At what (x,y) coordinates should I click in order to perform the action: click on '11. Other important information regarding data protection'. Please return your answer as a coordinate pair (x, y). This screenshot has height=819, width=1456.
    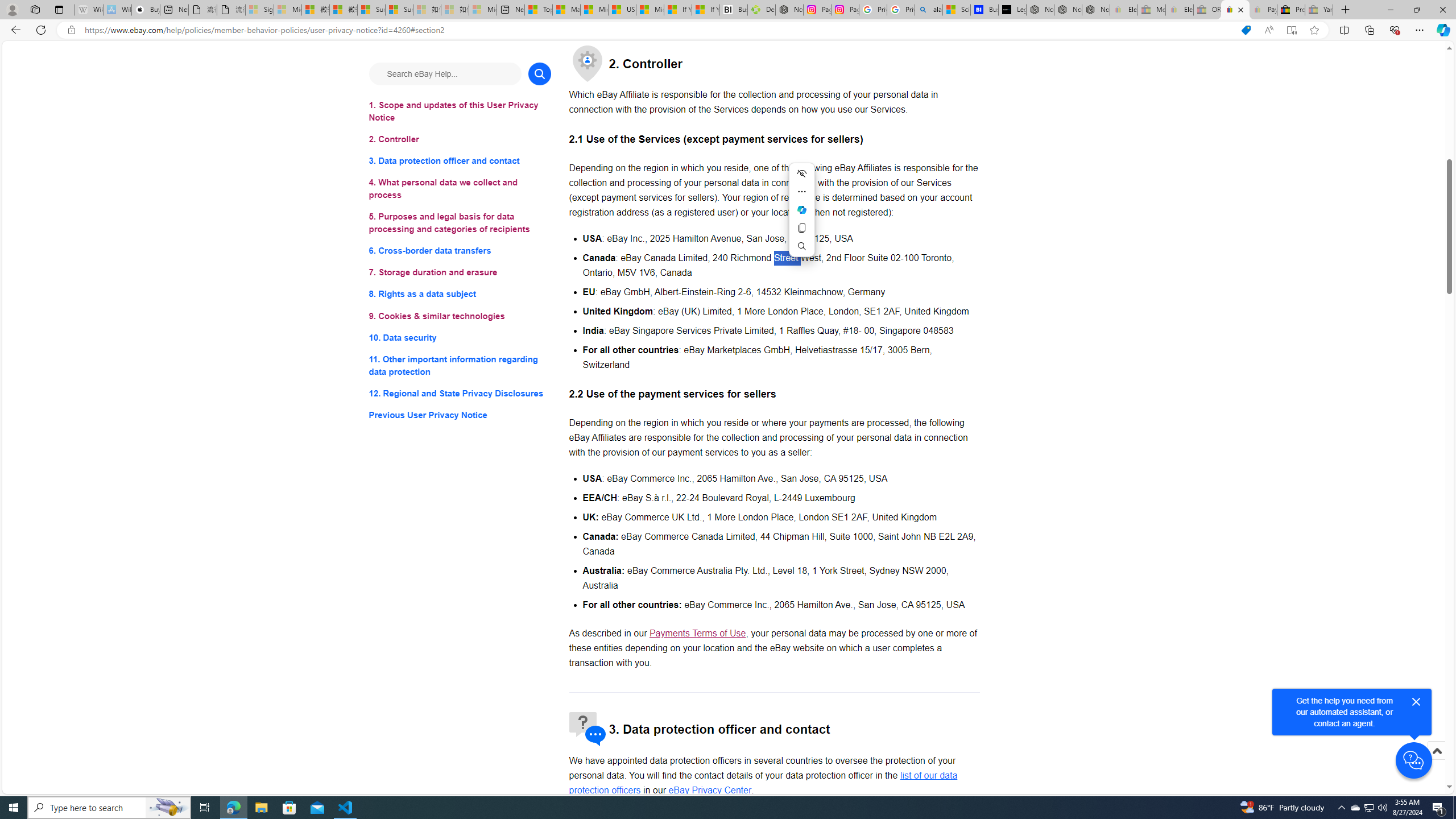
    Looking at the image, I should click on (459, 365).